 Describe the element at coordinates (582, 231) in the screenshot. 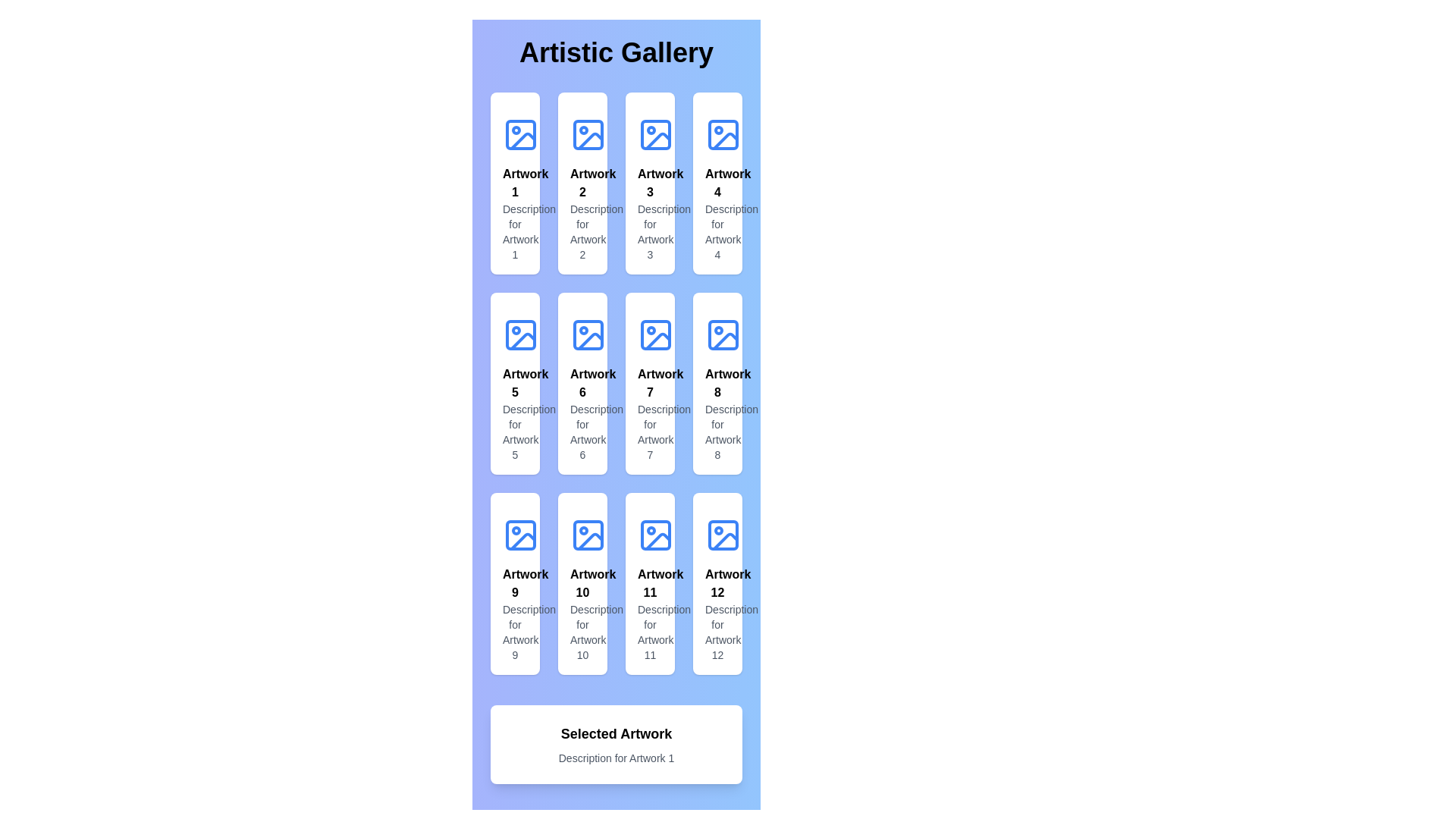

I see `the text label displaying 'Description for Artwork 2', which is styled in a small, centered, gray font and located below the title 'Artwork 2'` at that location.